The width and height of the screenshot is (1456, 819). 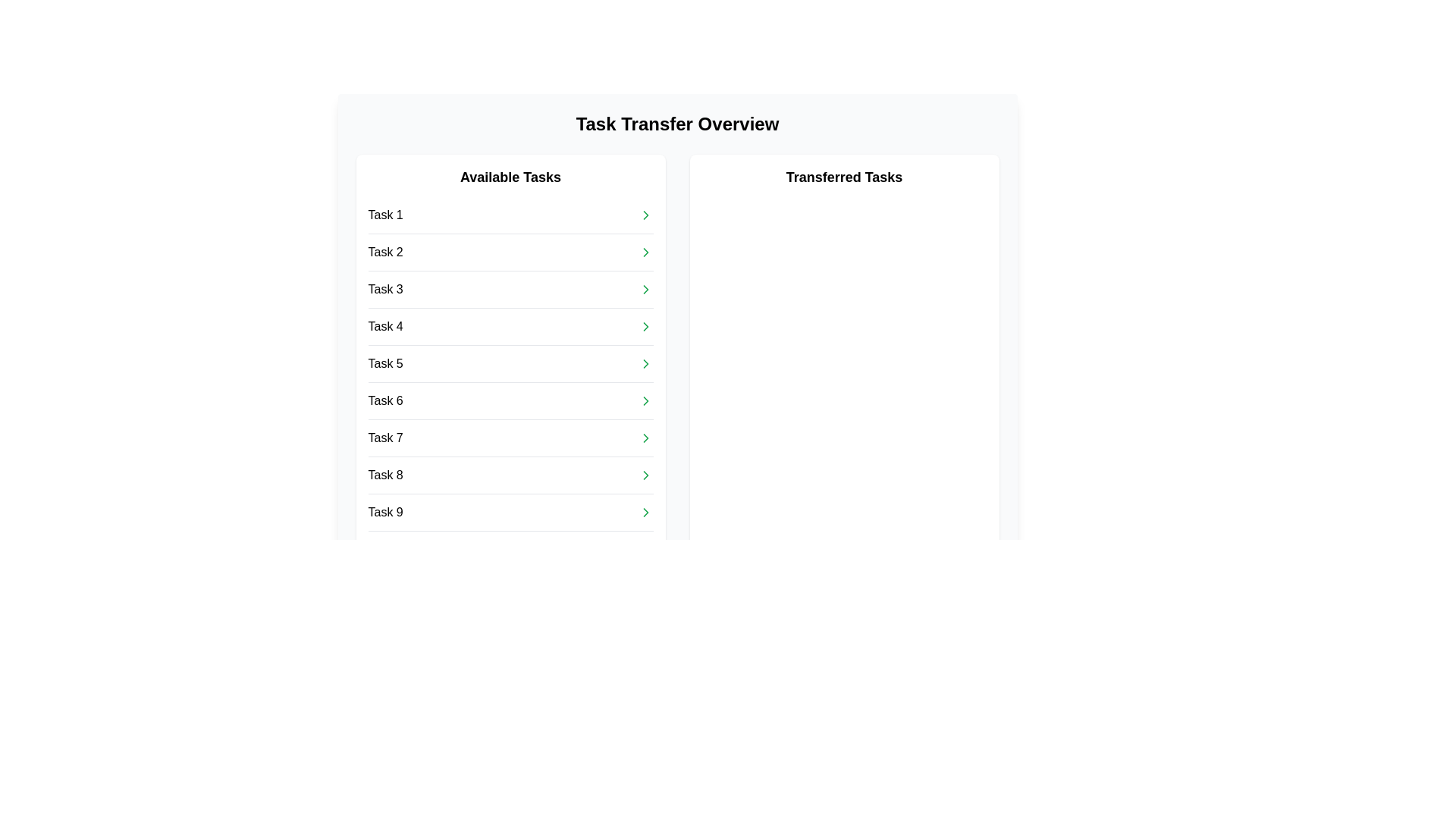 What do you see at coordinates (385, 251) in the screenshot?
I see `the second text label under the 'Available Tasks' header` at bounding box center [385, 251].